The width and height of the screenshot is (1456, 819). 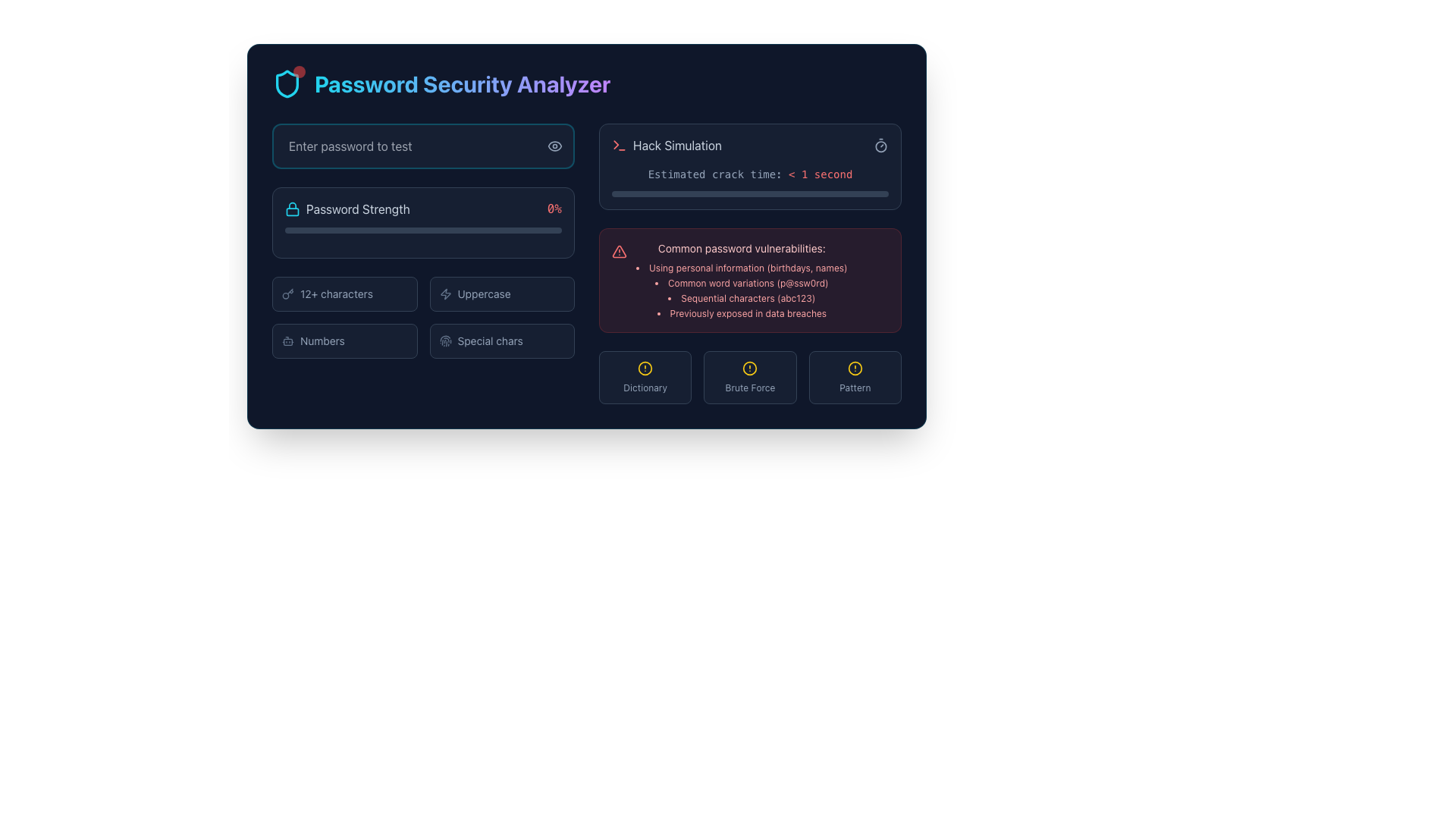 What do you see at coordinates (750, 281) in the screenshot?
I see `the informational text box that provides warnings about common password vulnerabilities, located below the 'Hack Simulation' section in the 'Password Security Analyzer' area` at bounding box center [750, 281].